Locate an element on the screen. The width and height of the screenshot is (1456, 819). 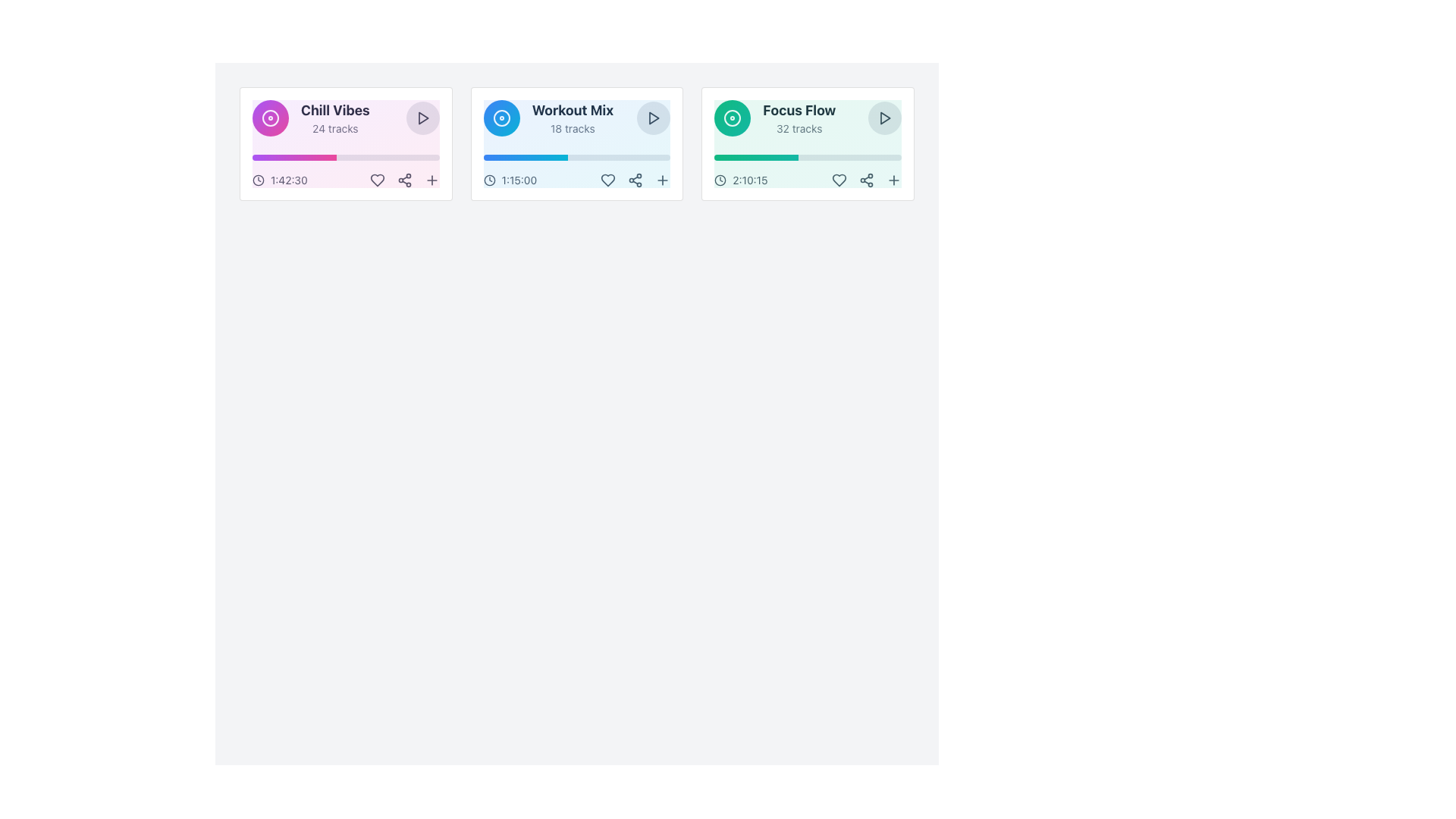
the button located in the bottom-right corner of the 'Chill Vibes' card is located at coordinates (431, 180).